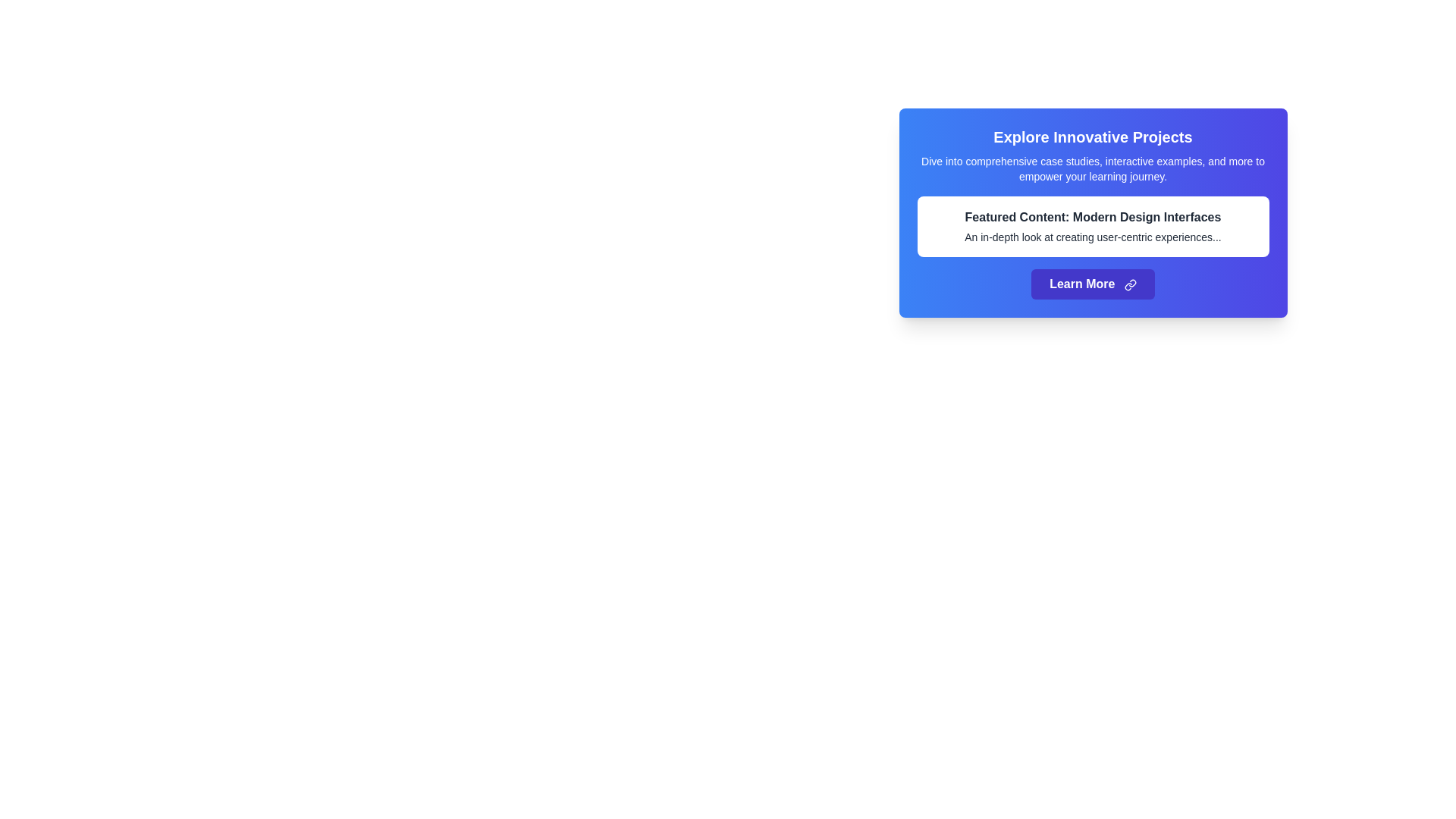 The image size is (1456, 819). I want to click on the SVG icon styled with 'lucide-link' class located next to the 'Learn More' button, so click(1129, 284).